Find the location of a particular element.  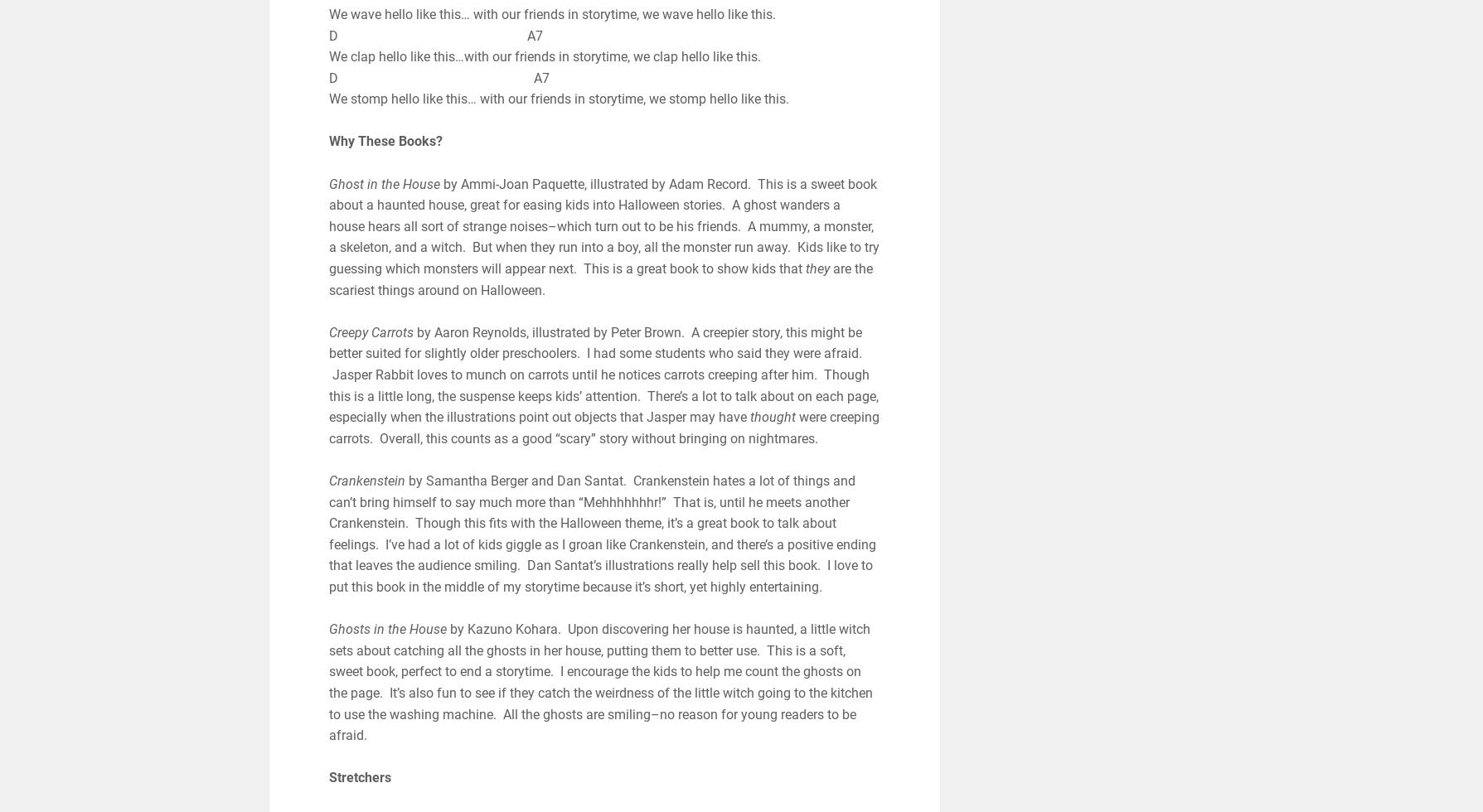

'Ghosts in the House' is located at coordinates (385, 629).